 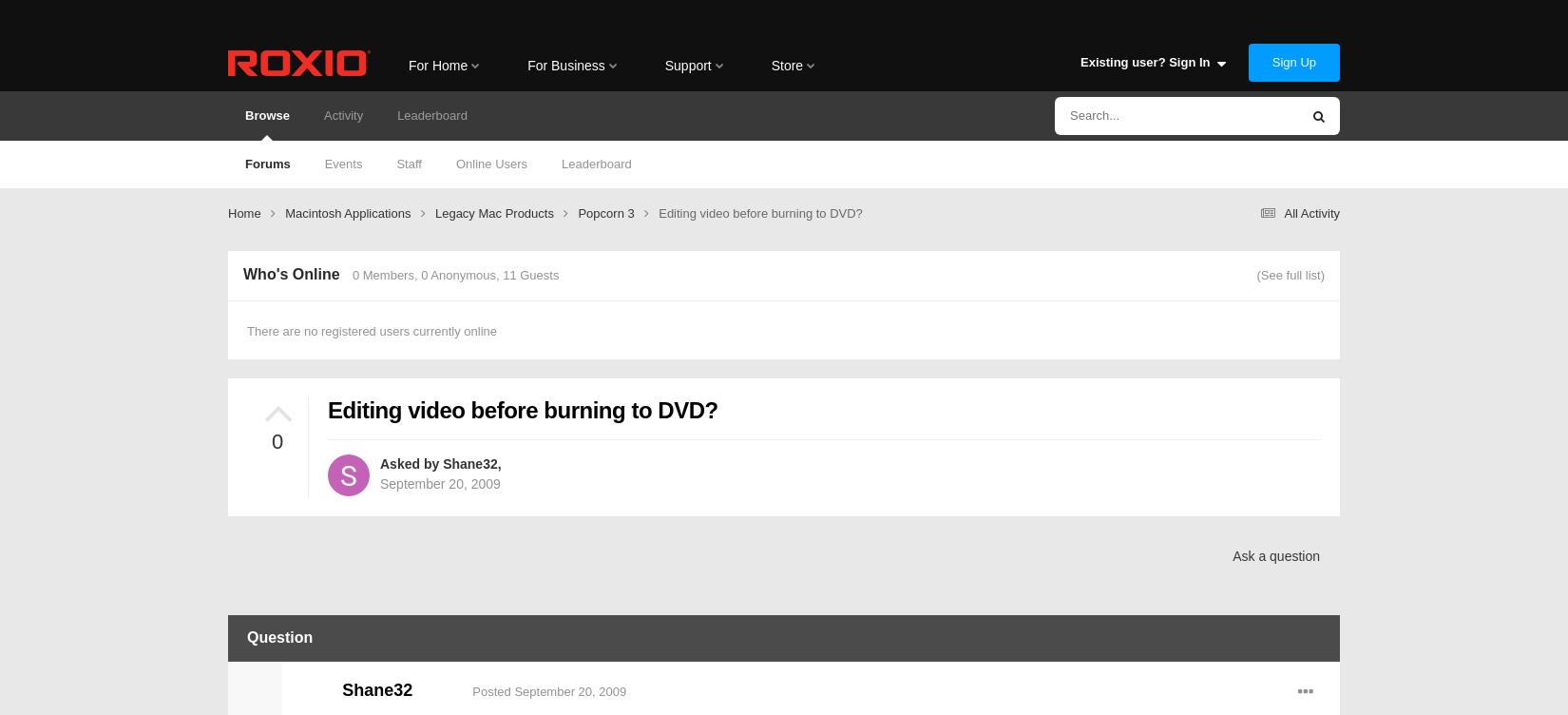 What do you see at coordinates (266, 114) in the screenshot?
I see `'Browse'` at bounding box center [266, 114].